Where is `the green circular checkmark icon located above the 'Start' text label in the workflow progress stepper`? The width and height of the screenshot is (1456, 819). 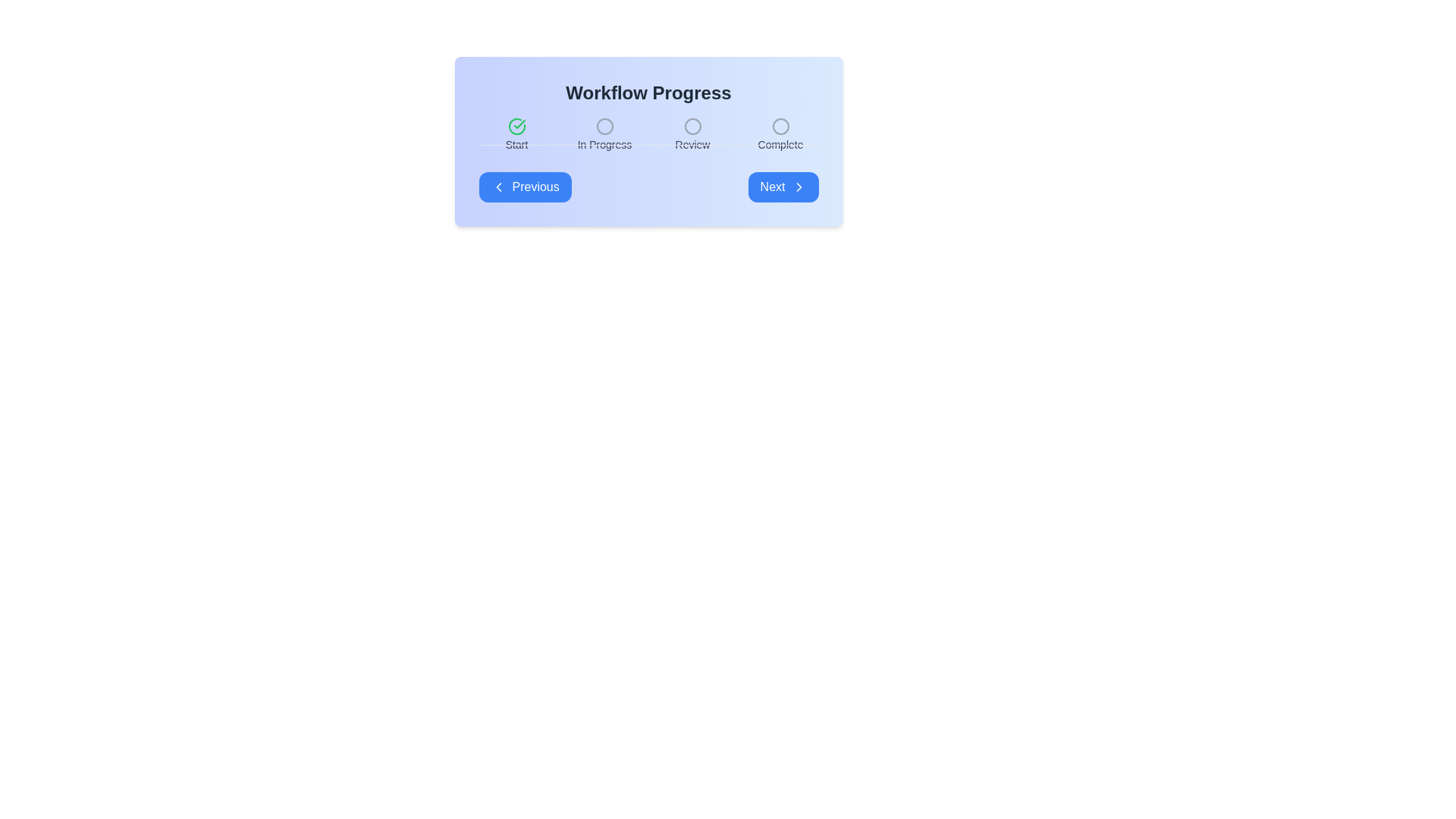
the green circular checkmark icon located above the 'Start' text label in the workflow progress stepper is located at coordinates (516, 125).